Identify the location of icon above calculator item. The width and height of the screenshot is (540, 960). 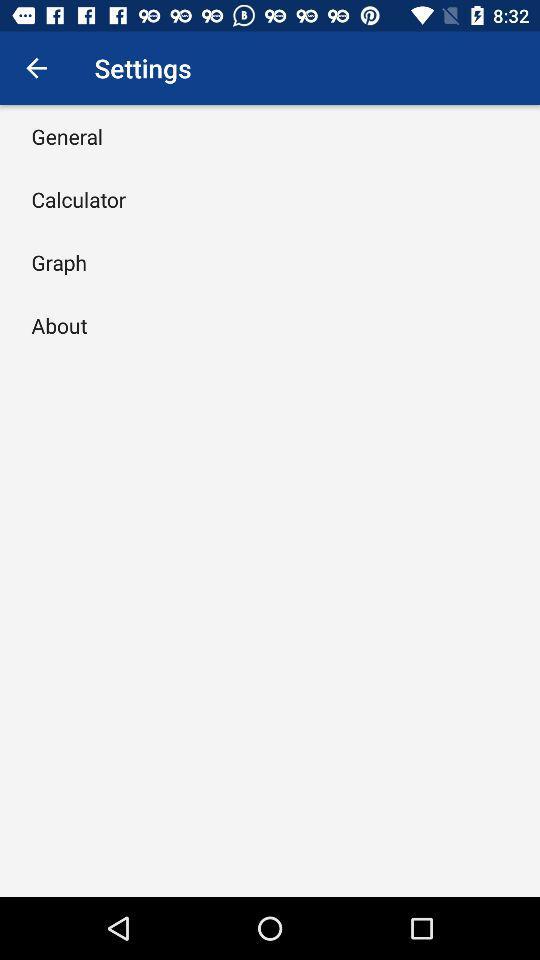
(67, 135).